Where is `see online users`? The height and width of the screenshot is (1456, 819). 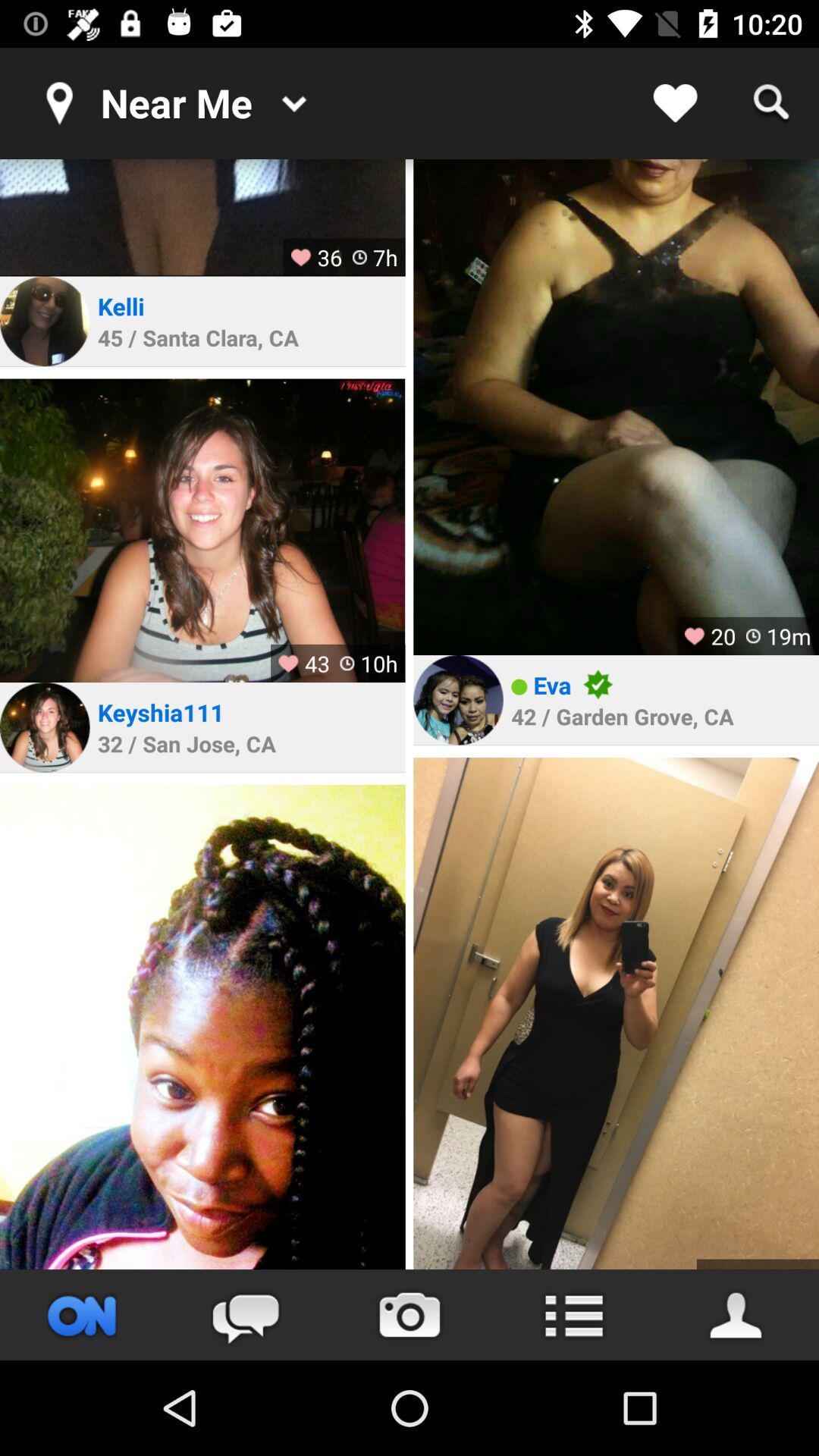 see online users is located at coordinates (82, 1314).